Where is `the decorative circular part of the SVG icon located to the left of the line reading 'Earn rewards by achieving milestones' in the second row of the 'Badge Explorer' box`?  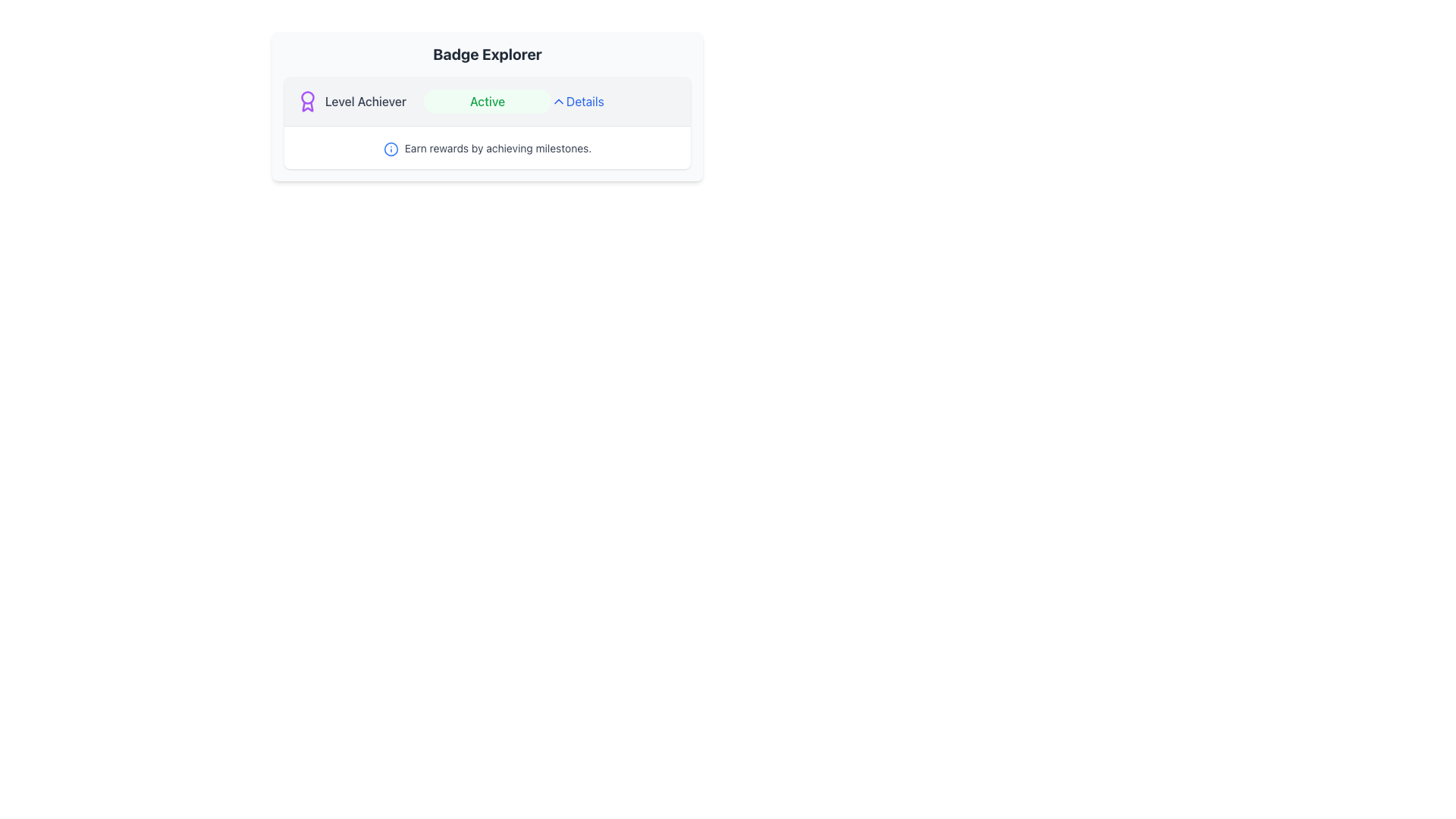 the decorative circular part of the SVG icon located to the left of the line reading 'Earn rewards by achieving milestones' in the second row of the 'Badge Explorer' box is located at coordinates (391, 149).